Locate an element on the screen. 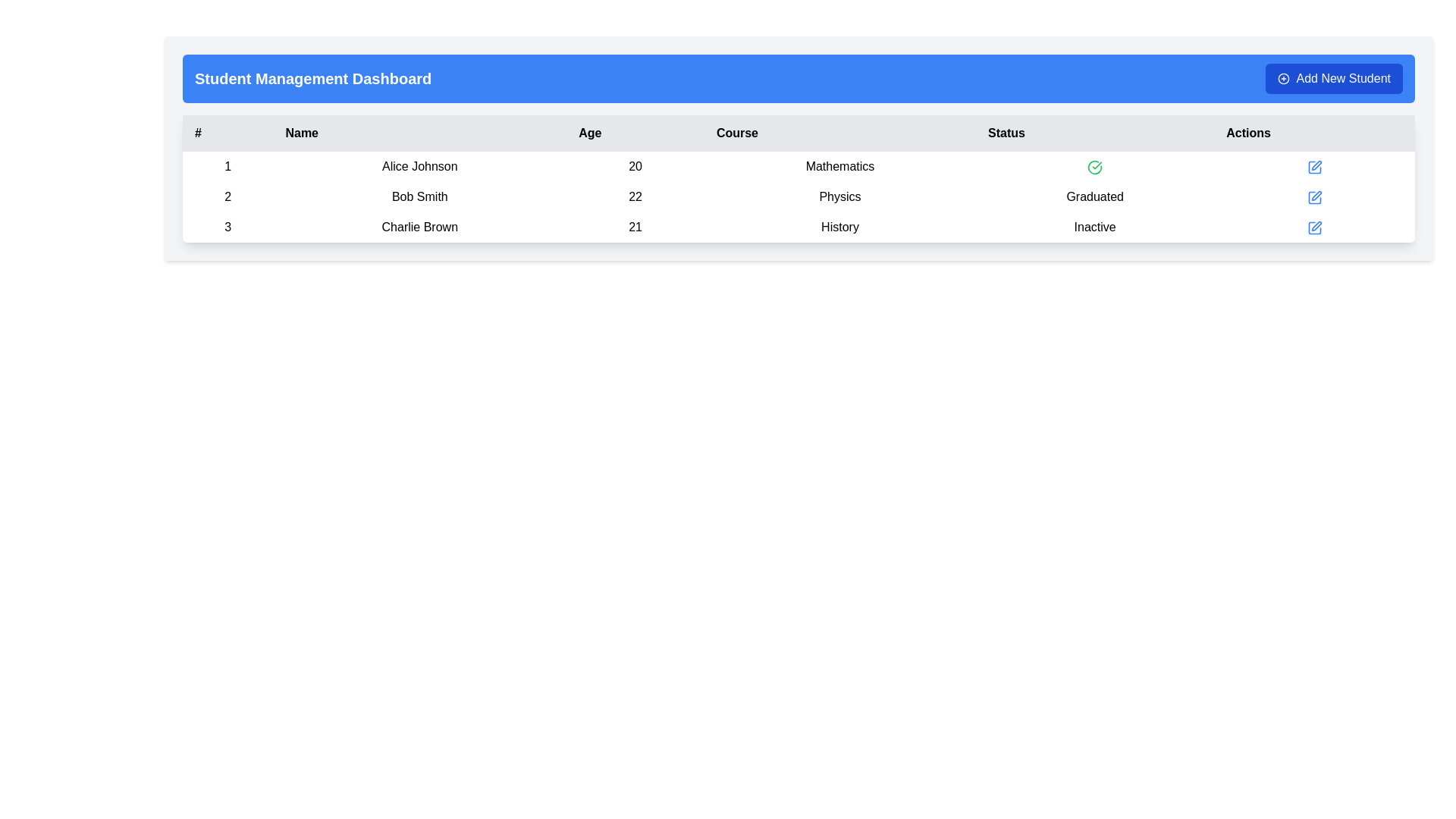 This screenshot has height=819, width=1456. the icon representing data editing in the 'Actions' column of the last row in the student information table is located at coordinates (1313, 227).